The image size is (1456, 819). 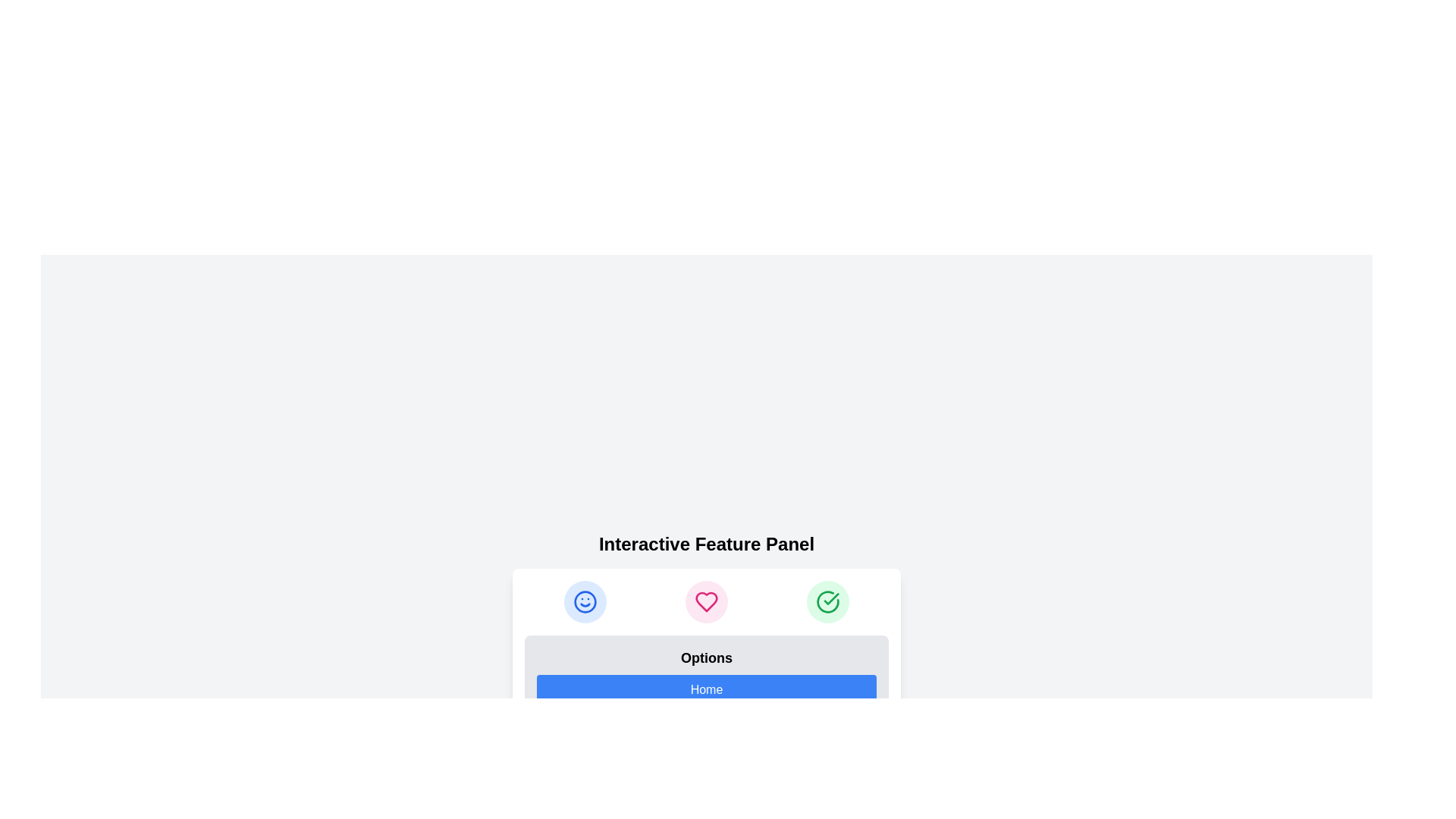 I want to click on the first button below the label 'Options' in the central panel, so click(x=705, y=681).